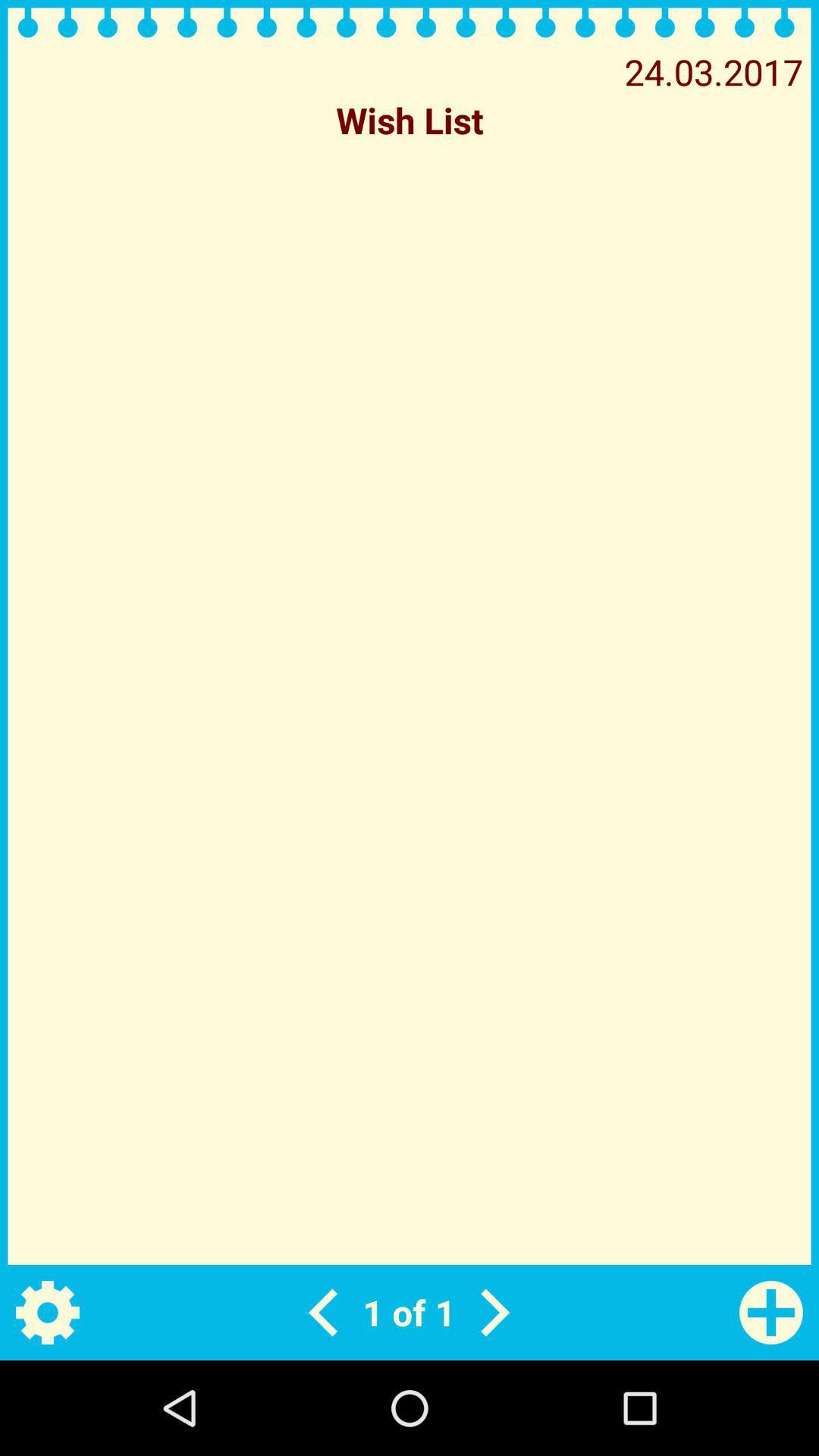 This screenshot has width=819, height=1456. Describe the element at coordinates (322, 1404) in the screenshot. I see `the arrow_backward icon` at that location.